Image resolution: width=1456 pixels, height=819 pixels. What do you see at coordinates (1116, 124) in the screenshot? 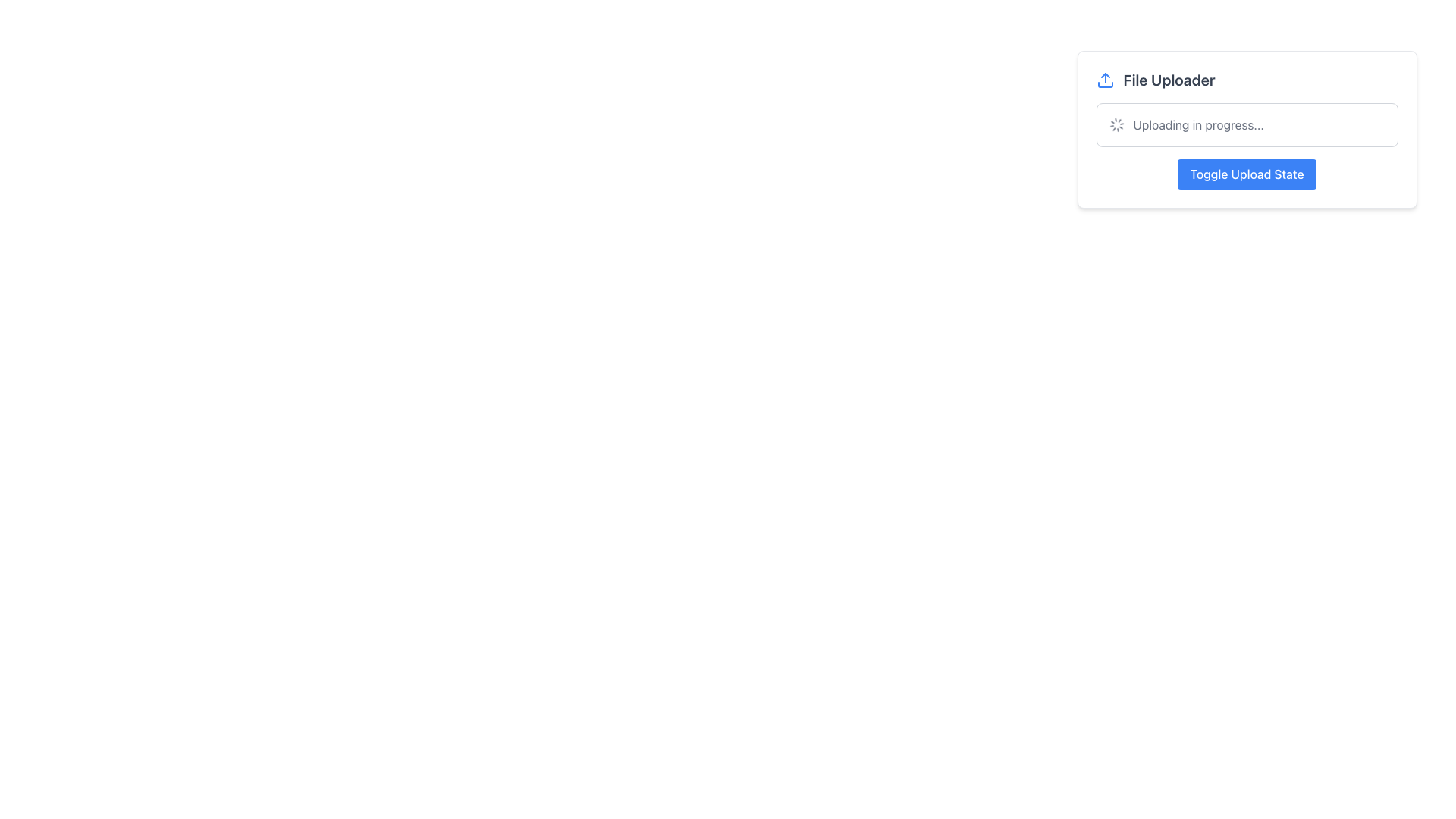
I see `the small circular spinner icon of the Loading Indicator, located to the left of the text 'Uploading in progress...' in the 'File Uploader' pop-up box` at bounding box center [1116, 124].